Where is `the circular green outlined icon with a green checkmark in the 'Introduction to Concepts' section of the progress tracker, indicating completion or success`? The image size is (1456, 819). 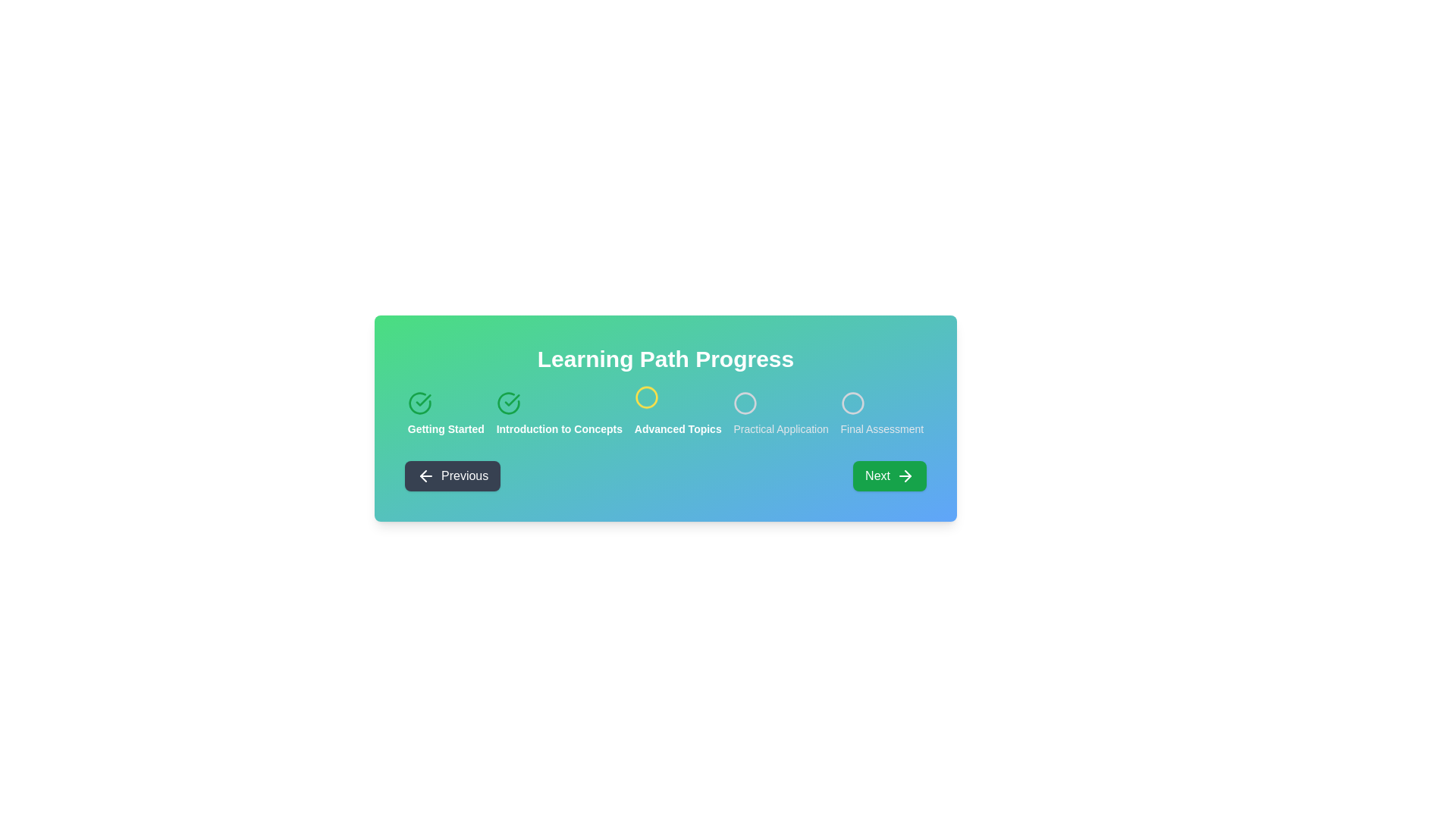 the circular green outlined icon with a green checkmark in the 'Introduction to Concepts' section of the progress tracker, indicating completion or success is located at coordinates (508, 403).